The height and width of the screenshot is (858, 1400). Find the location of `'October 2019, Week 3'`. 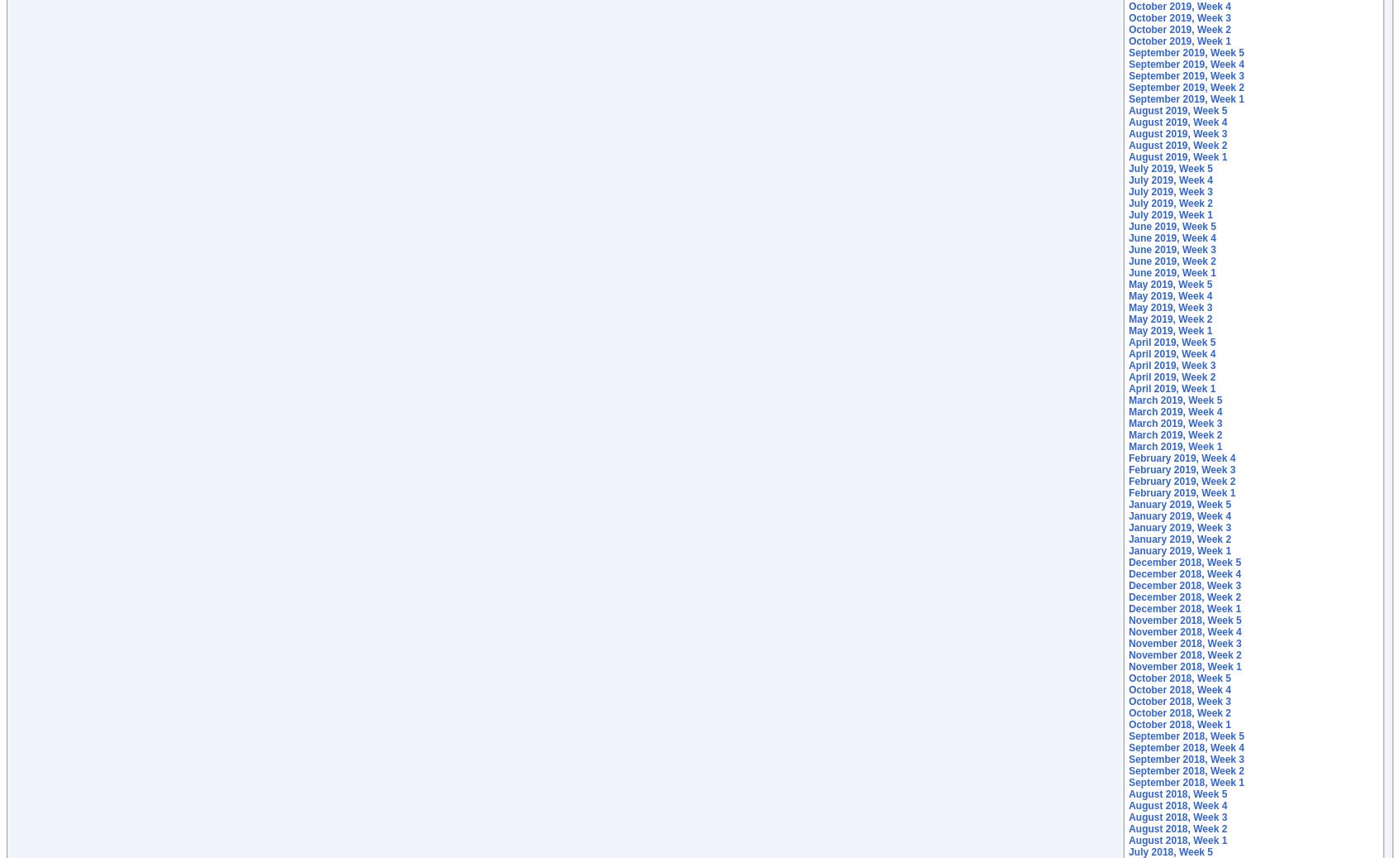

'October 2019, Week 3' is located at coordinates (1179, 17).